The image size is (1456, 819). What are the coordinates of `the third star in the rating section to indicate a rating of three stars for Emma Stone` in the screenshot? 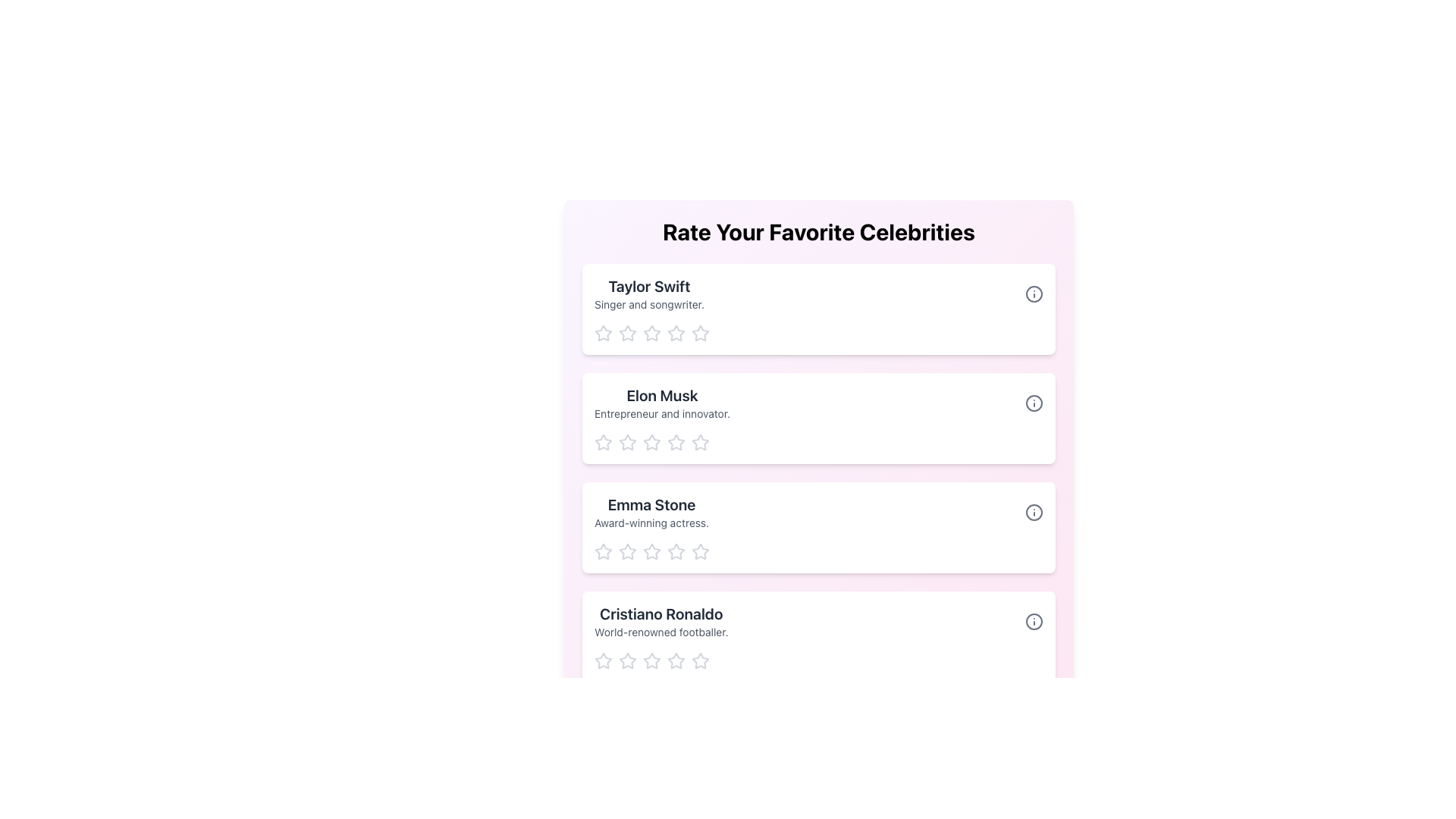 It's located at (675, 551).